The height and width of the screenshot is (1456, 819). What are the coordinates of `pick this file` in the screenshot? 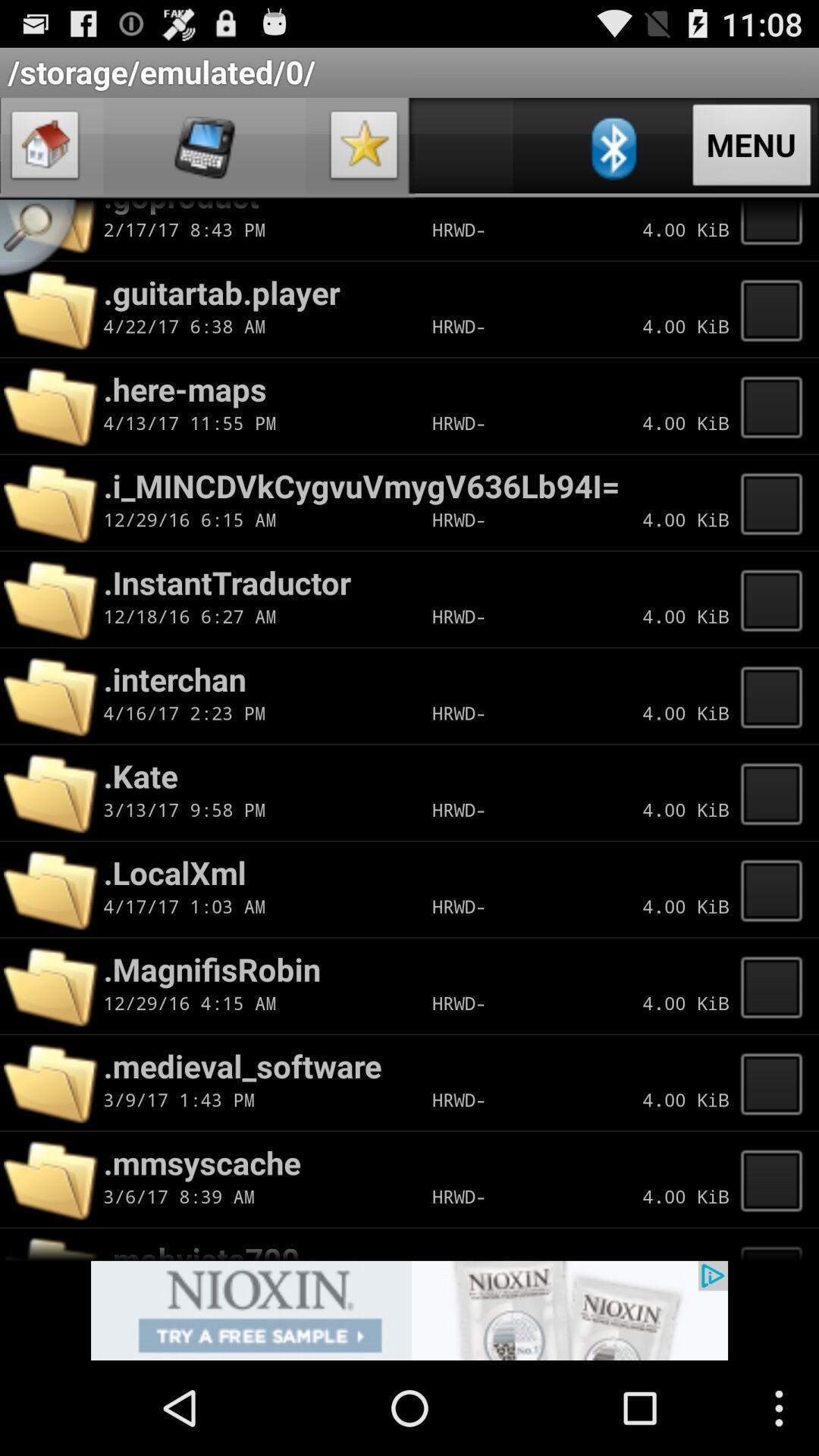 It's located at (776, 1082).